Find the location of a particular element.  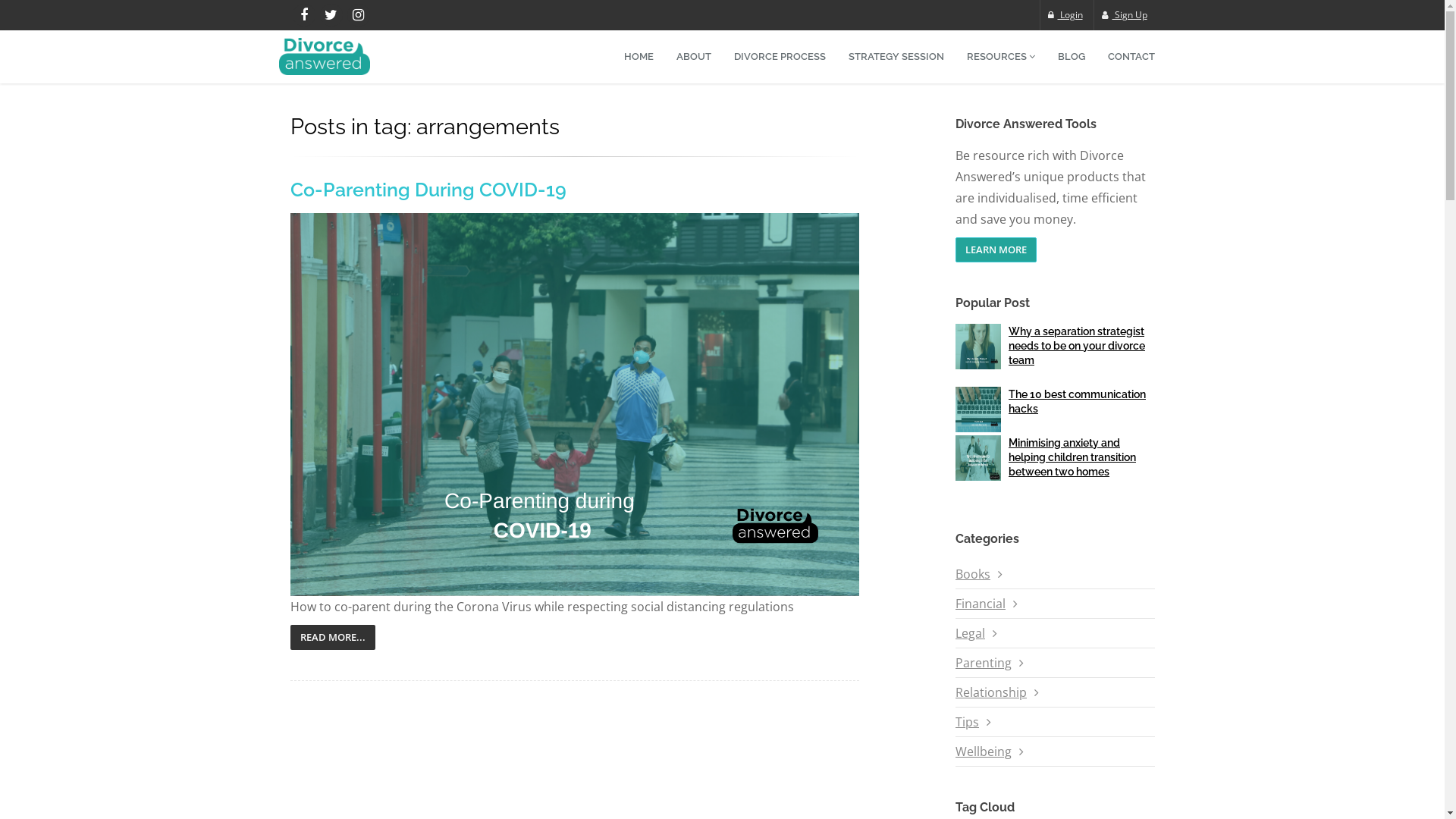

'The 10 best communication hacks' is located at coordinates (1076, 400).